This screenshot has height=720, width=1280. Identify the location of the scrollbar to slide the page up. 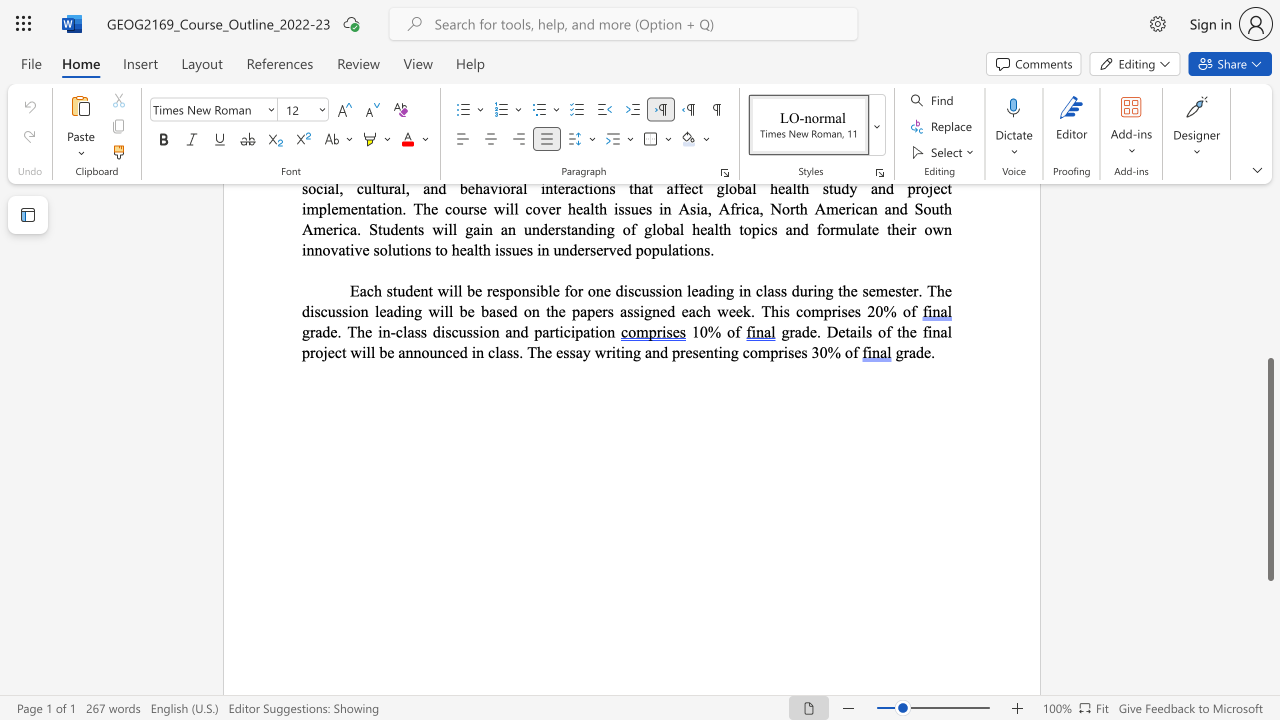
(1269, 220).